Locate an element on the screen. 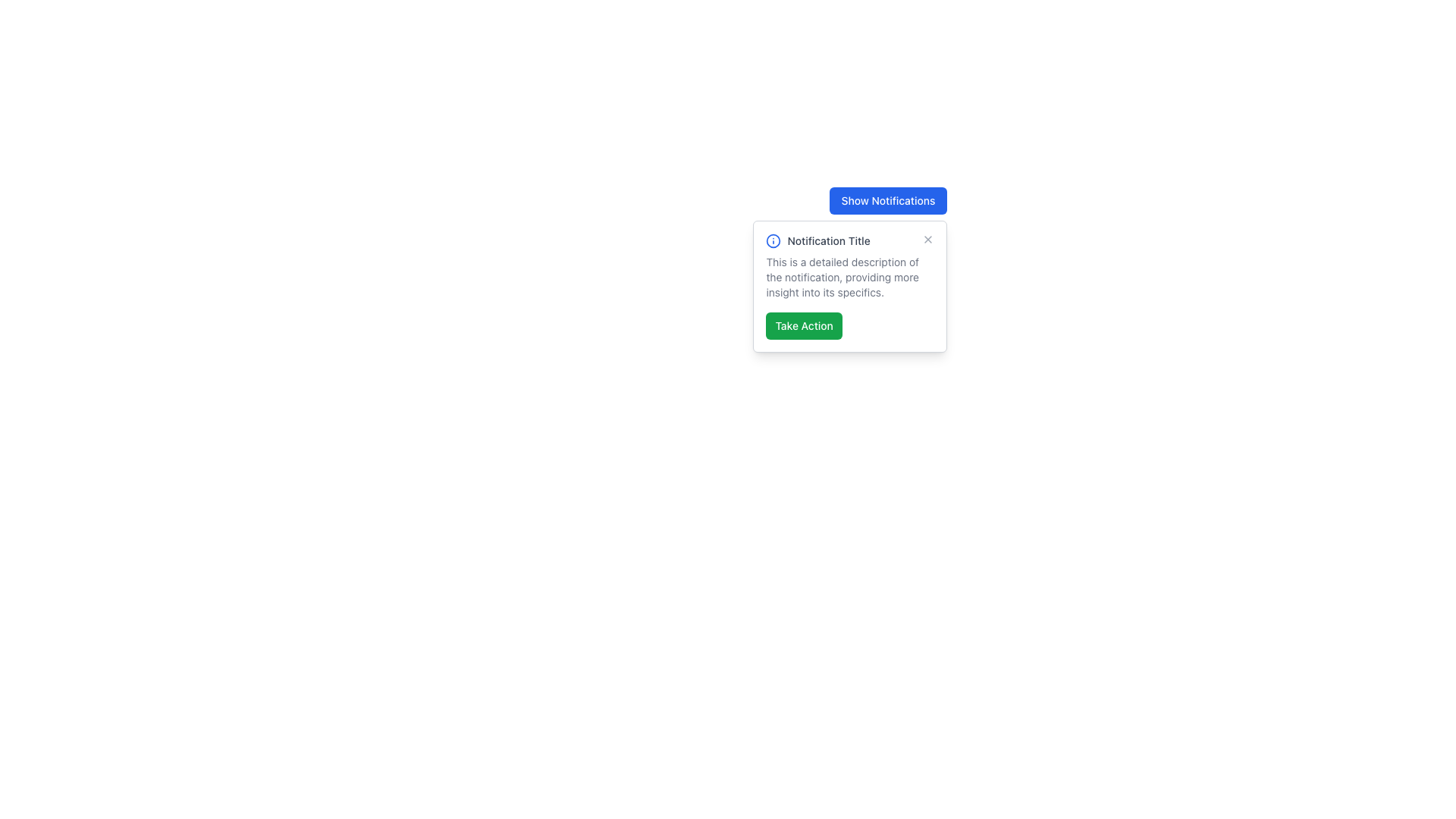 The width and height of the screenshot is (1456, 819). the 'Take Action' button with a green background and white text to observe any potential hover effect is located at coordinates (803, 325).